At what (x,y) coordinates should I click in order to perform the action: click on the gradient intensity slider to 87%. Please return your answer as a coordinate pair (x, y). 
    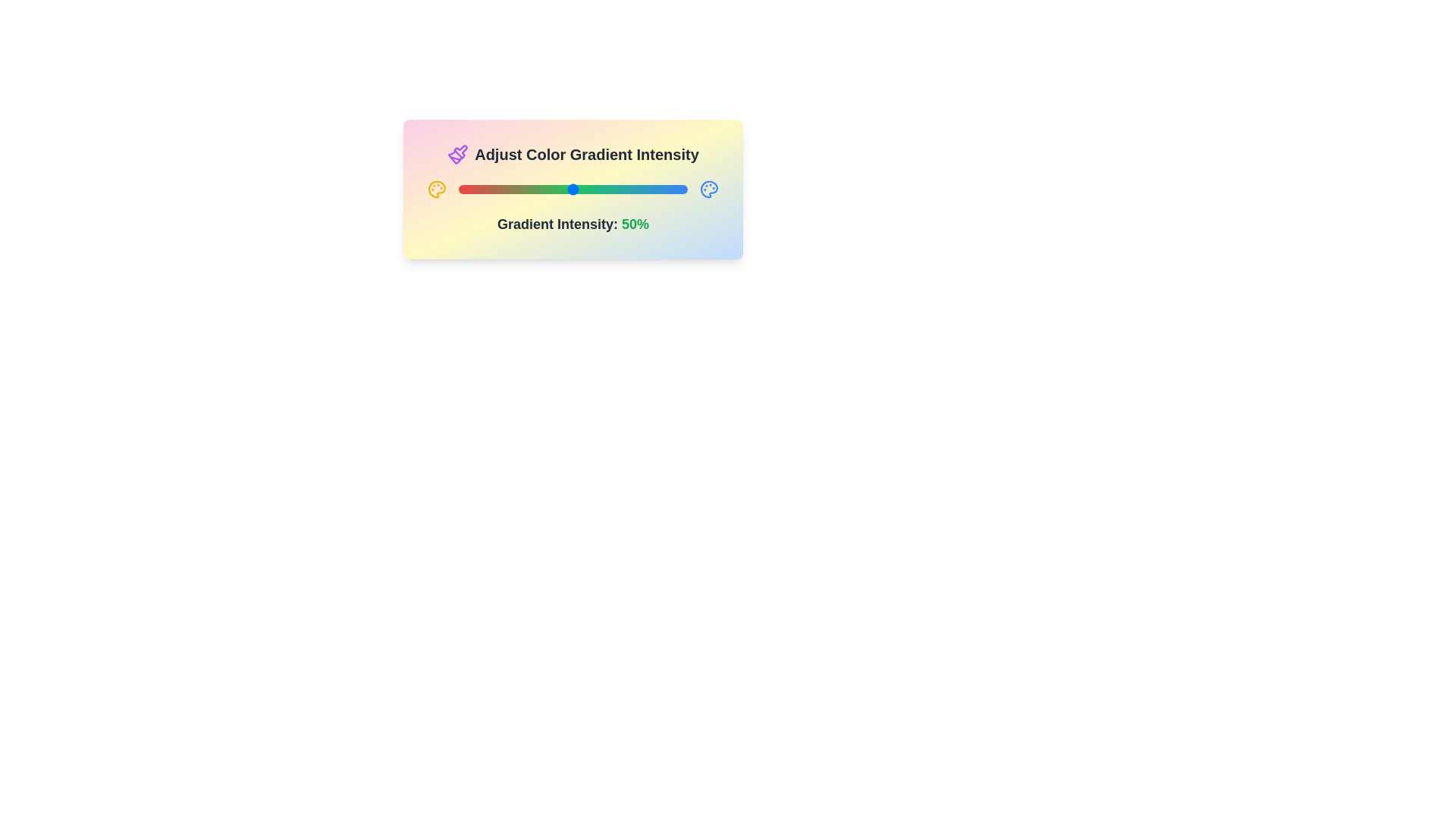
    Looking at the image, I should click on (657, 189).